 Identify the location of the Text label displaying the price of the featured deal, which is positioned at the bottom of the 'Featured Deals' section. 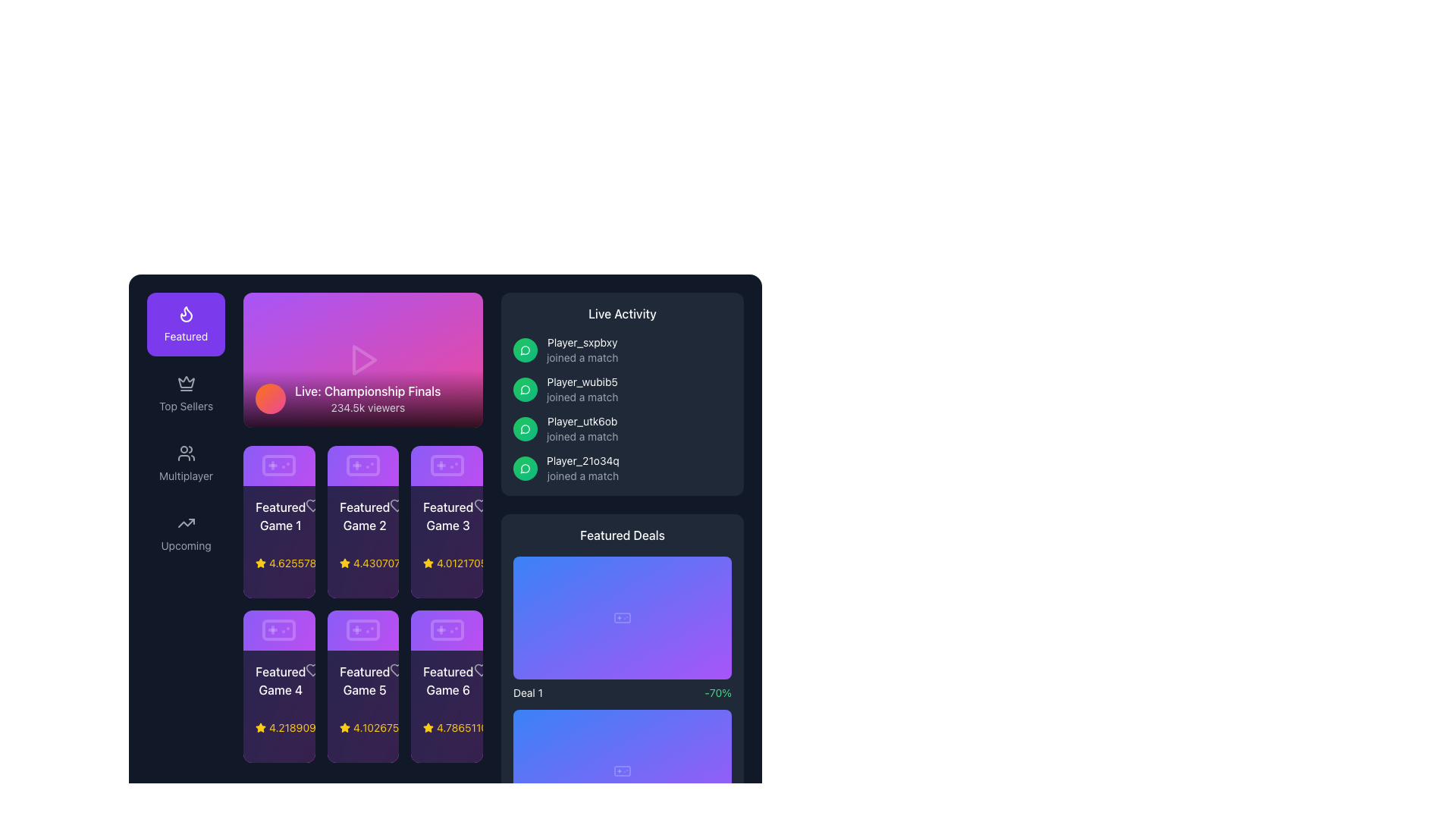
(529, 563).